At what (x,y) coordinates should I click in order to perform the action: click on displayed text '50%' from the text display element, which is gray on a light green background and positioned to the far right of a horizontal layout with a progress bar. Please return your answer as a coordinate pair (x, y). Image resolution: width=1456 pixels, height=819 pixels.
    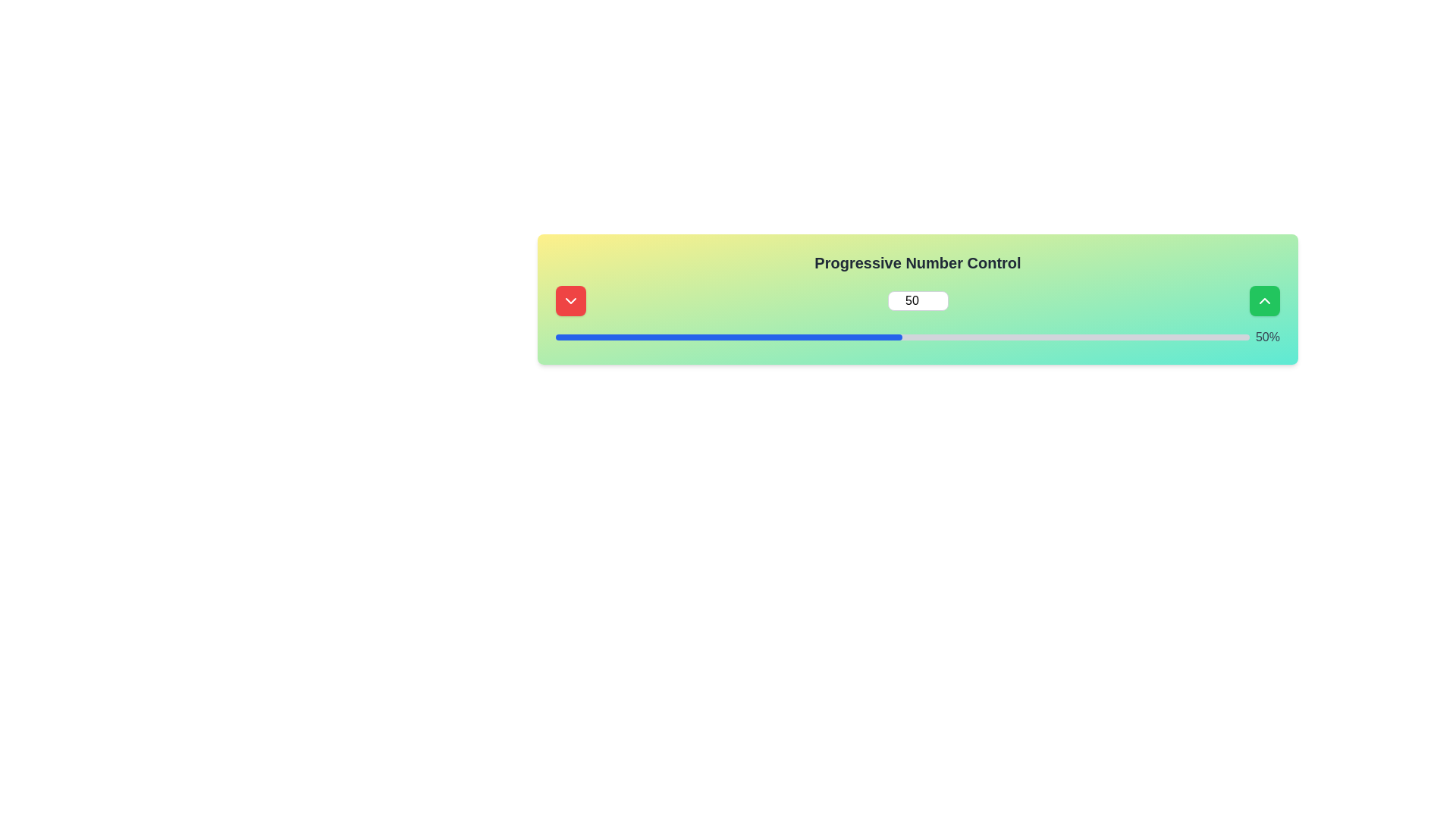
    Looking at the image, I should click on (1267, 336).